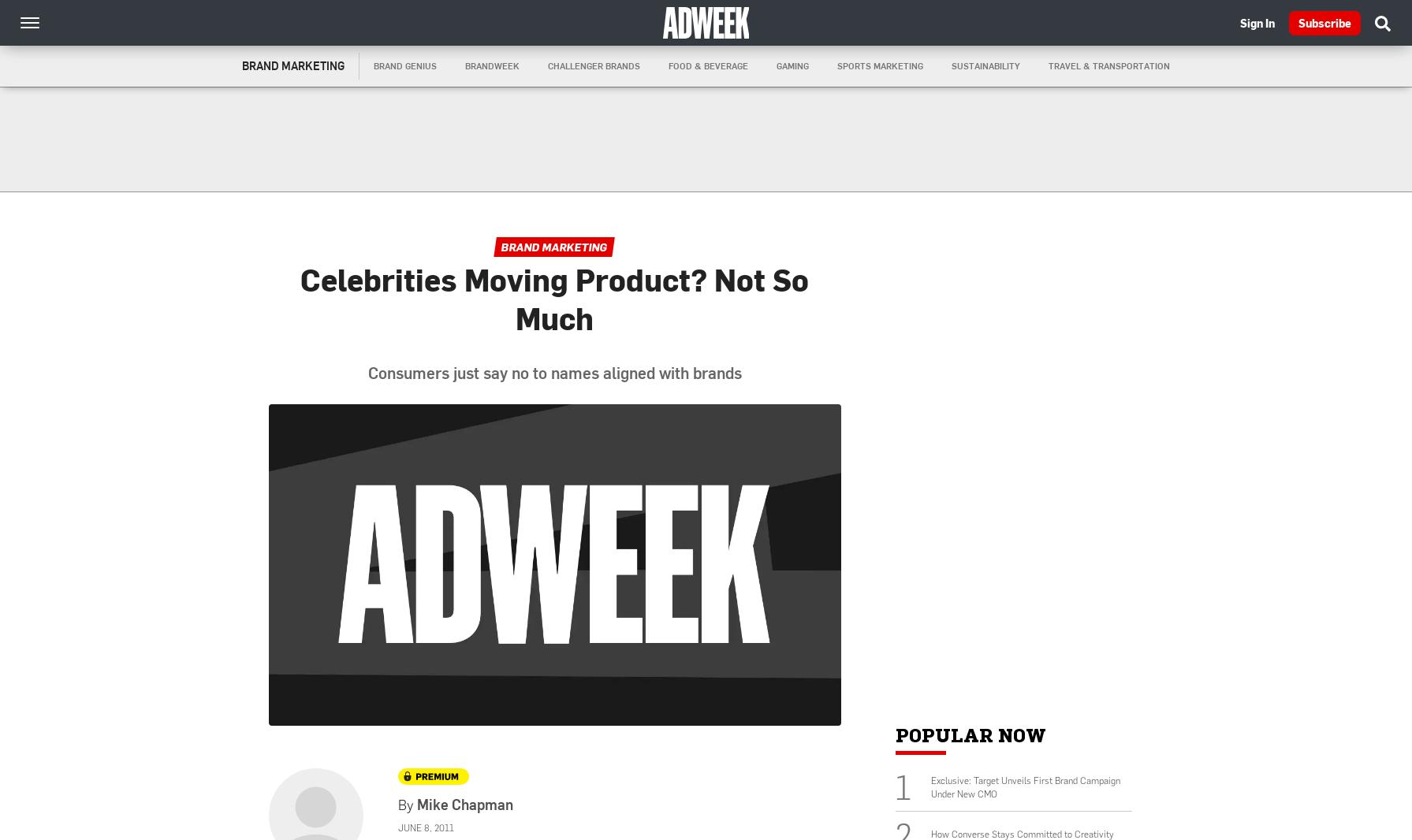 This screenshot has height=840, width=1412. Describe the element at coordinates (594, 65) in the screenshot. I see `'Challenger Brands'` at that location.